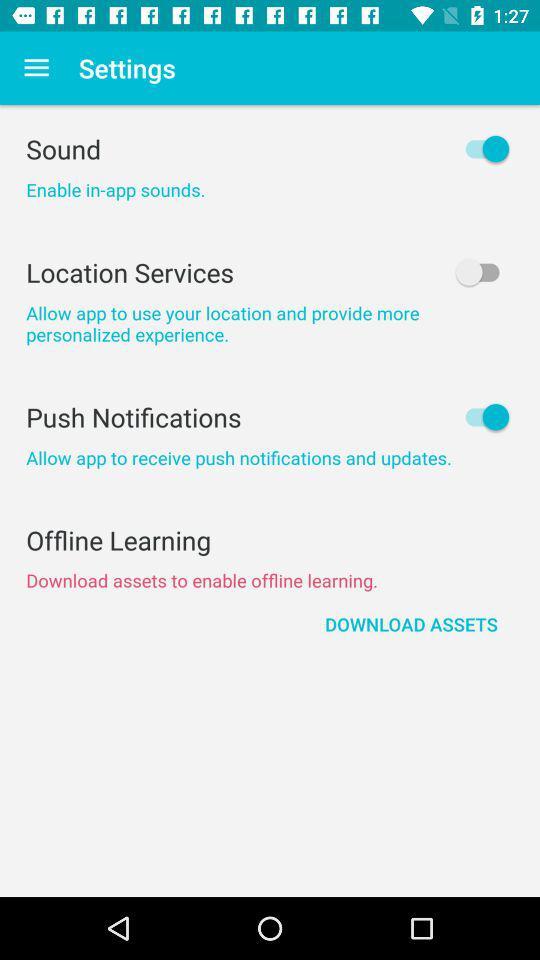  I want to click on the sound, so click(270, 148).